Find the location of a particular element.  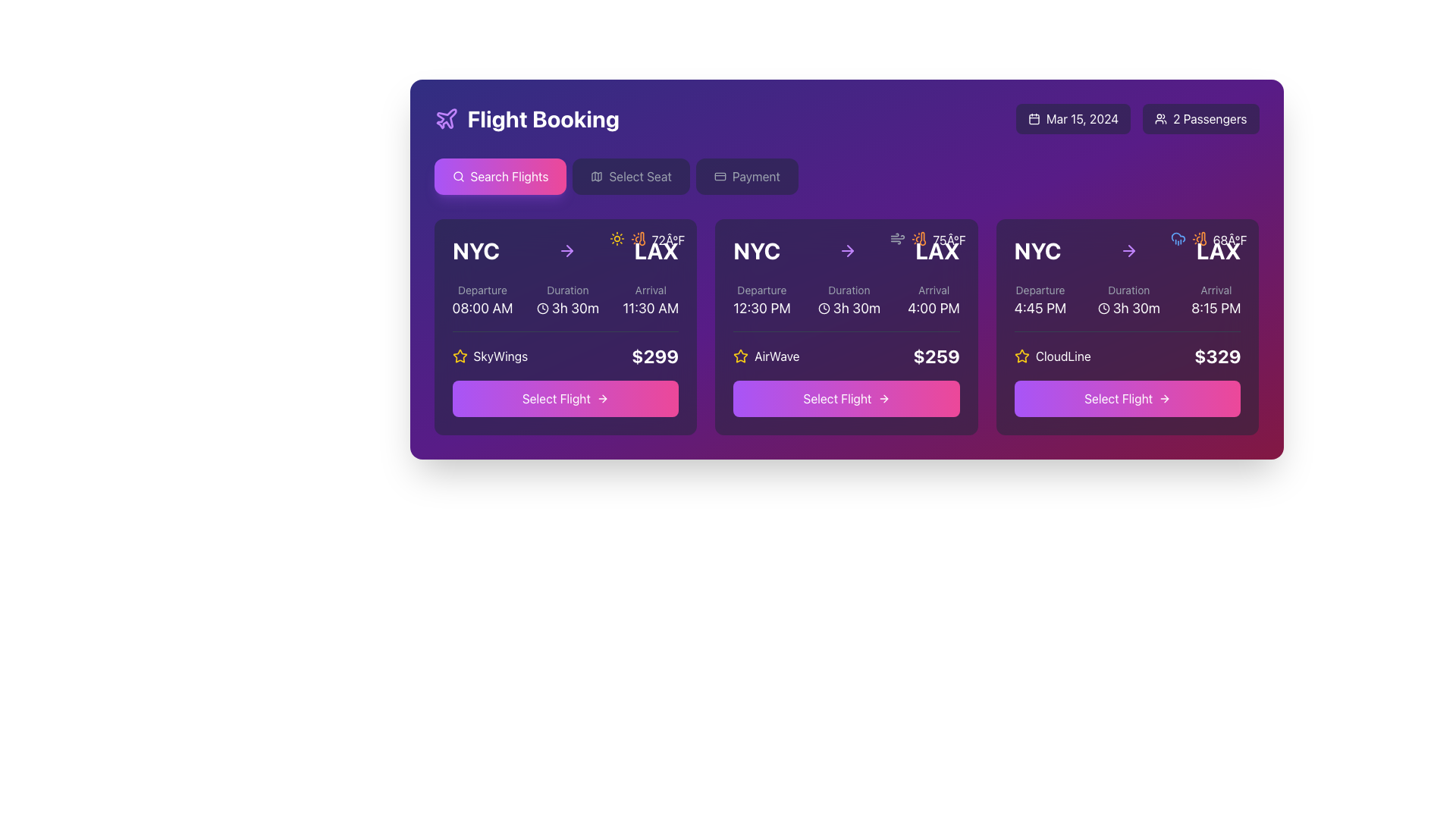

the temperature display '72°F', which is styled with white font on a purple background, located in the top-right of the second flight card from the left, adjacent to weather icons is located at coordinates (667, 239).